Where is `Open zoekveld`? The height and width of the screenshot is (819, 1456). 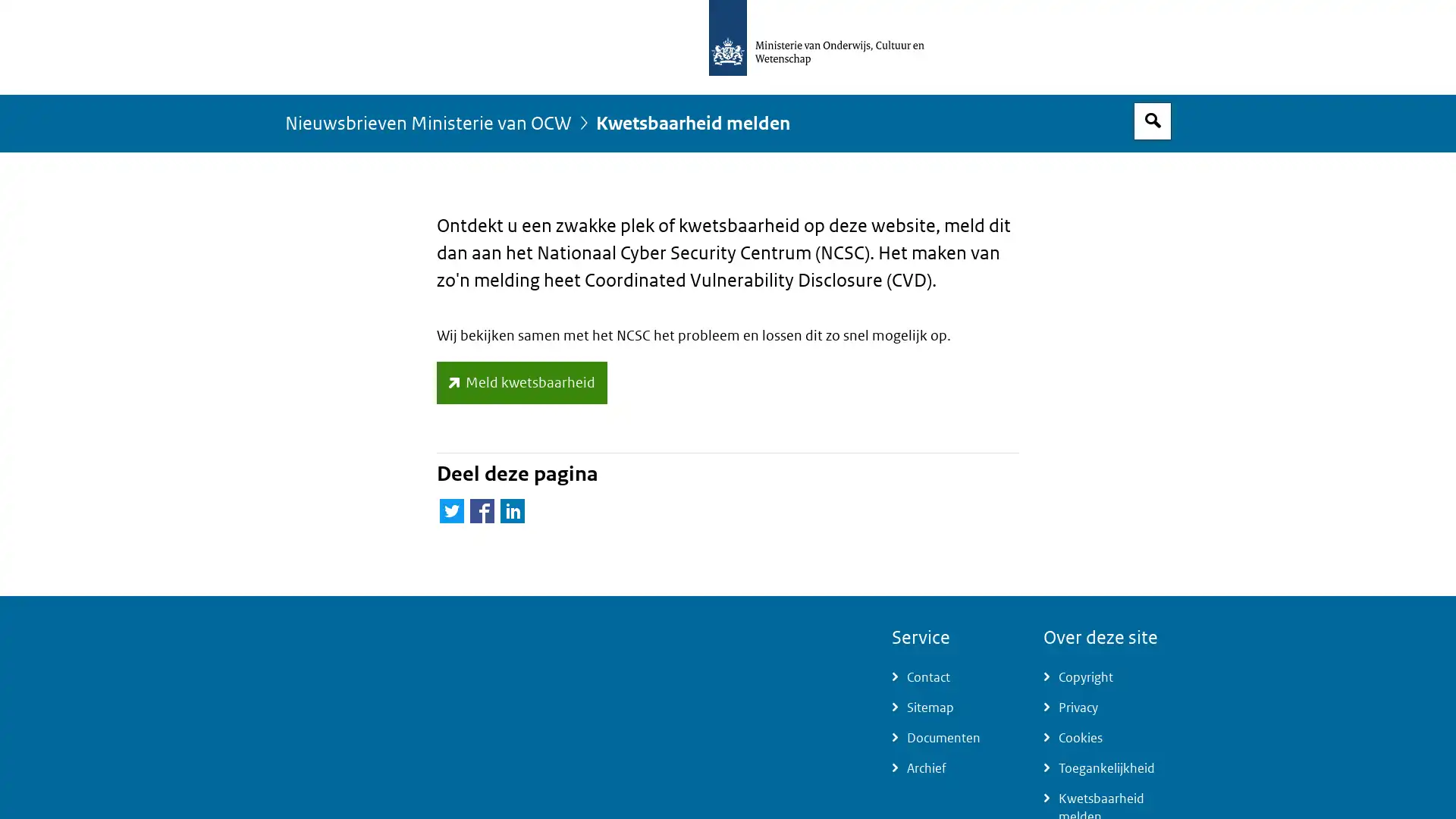 Open zoekveld is located at coordinates (1153, 120).